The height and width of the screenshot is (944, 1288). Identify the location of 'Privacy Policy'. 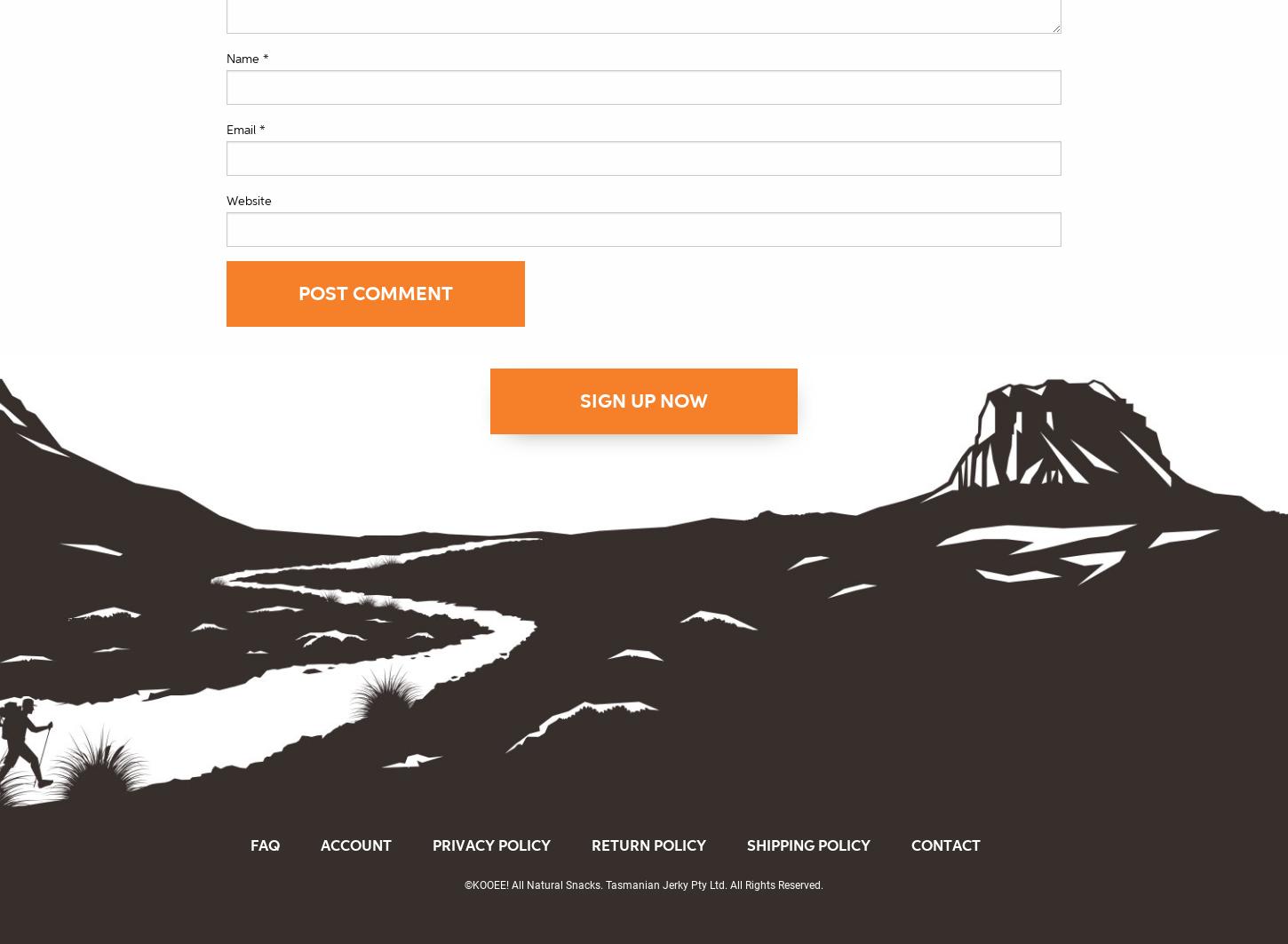
(491, 845).